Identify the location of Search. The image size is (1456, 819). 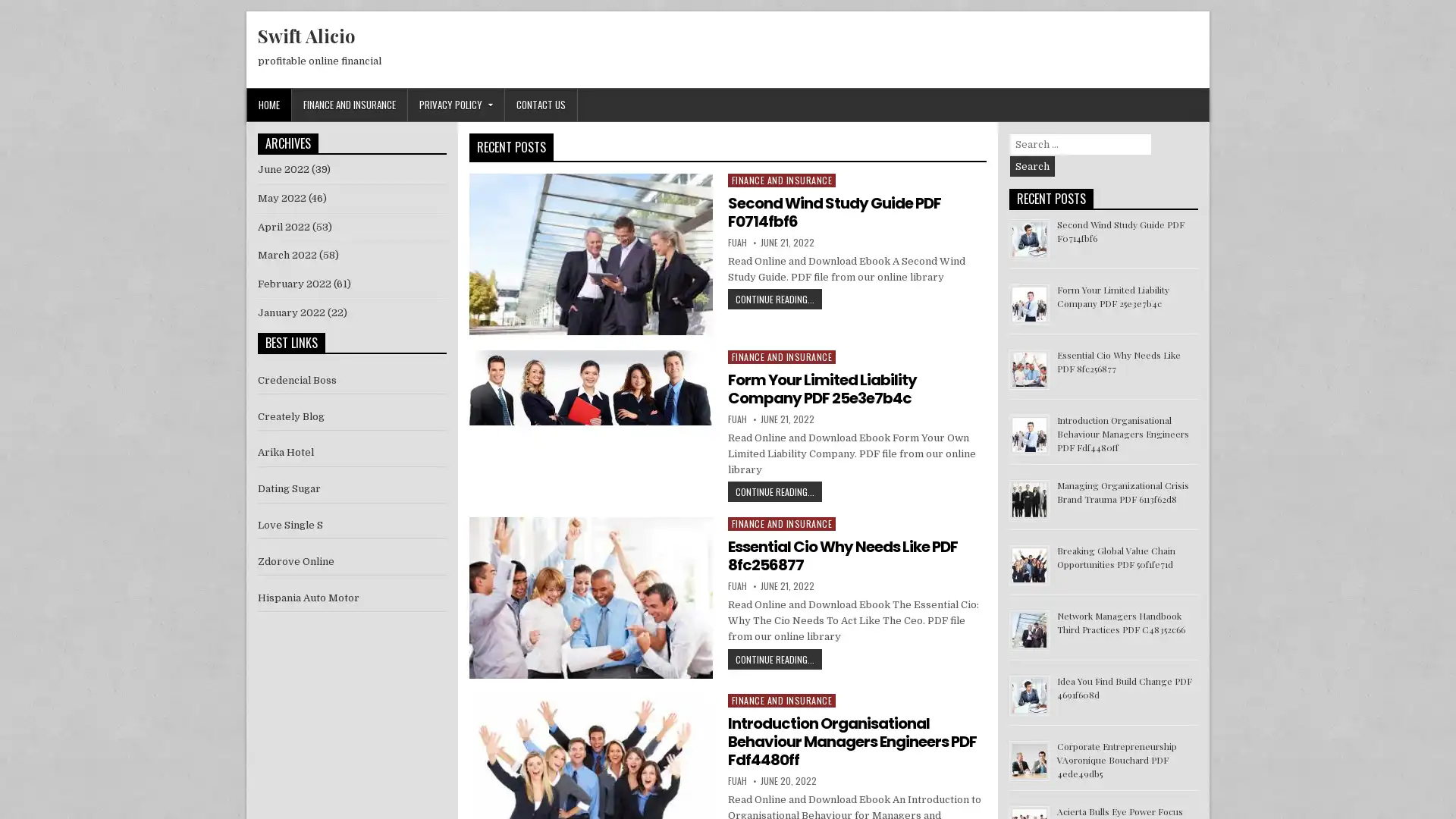
(1031, 166).